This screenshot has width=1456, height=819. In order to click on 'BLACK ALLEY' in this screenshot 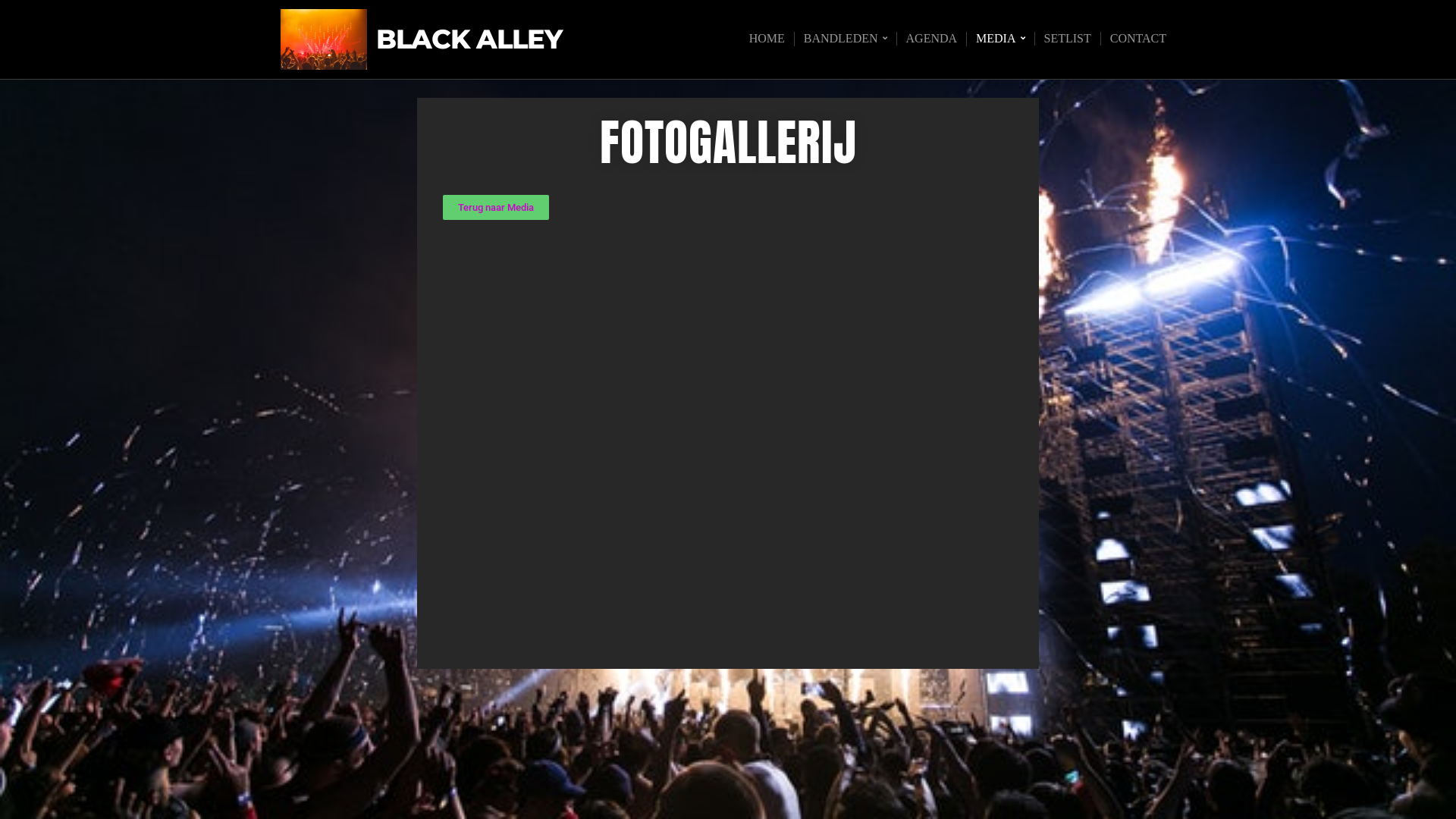, I will do `click(468, 39)`.